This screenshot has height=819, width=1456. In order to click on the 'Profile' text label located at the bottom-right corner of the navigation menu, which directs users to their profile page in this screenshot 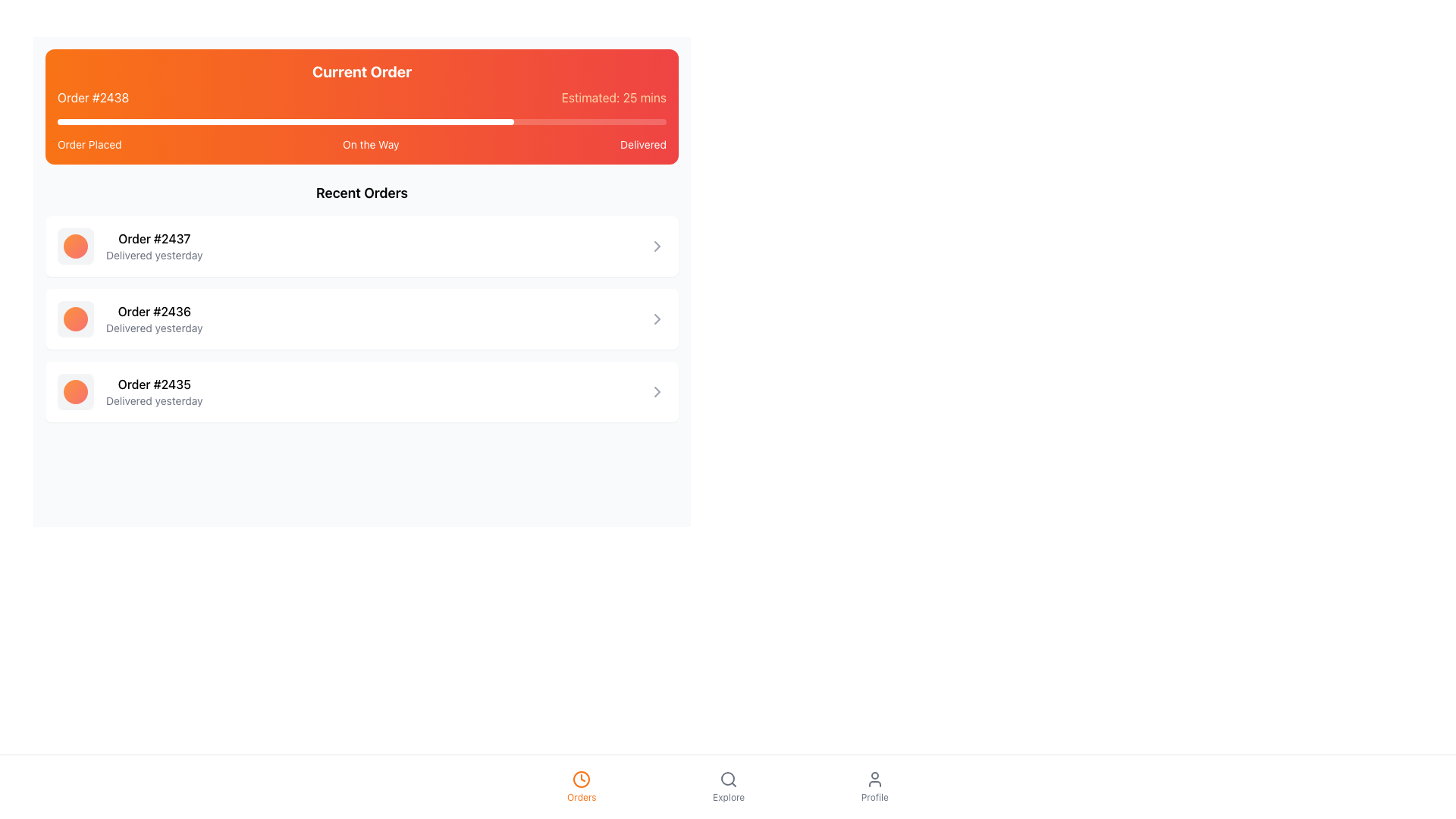, I will do `click(874, 797)`.